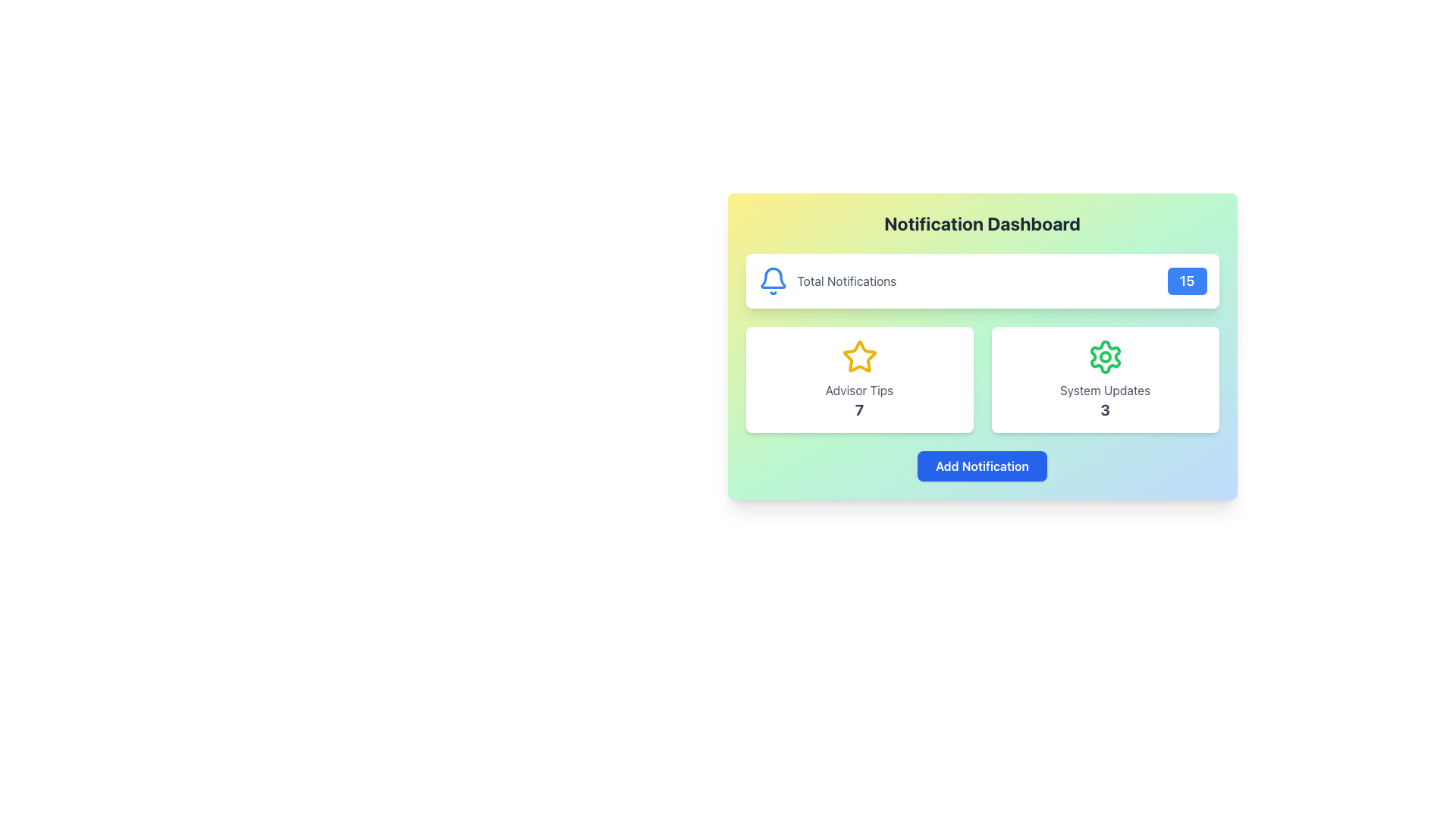 The image size is (1456, 819). I want to click on the Interactive Summary Card featuring a yellow star-icon and the text 'Advisor Tips' with the number '7' at the bottom, so click(859, 379).